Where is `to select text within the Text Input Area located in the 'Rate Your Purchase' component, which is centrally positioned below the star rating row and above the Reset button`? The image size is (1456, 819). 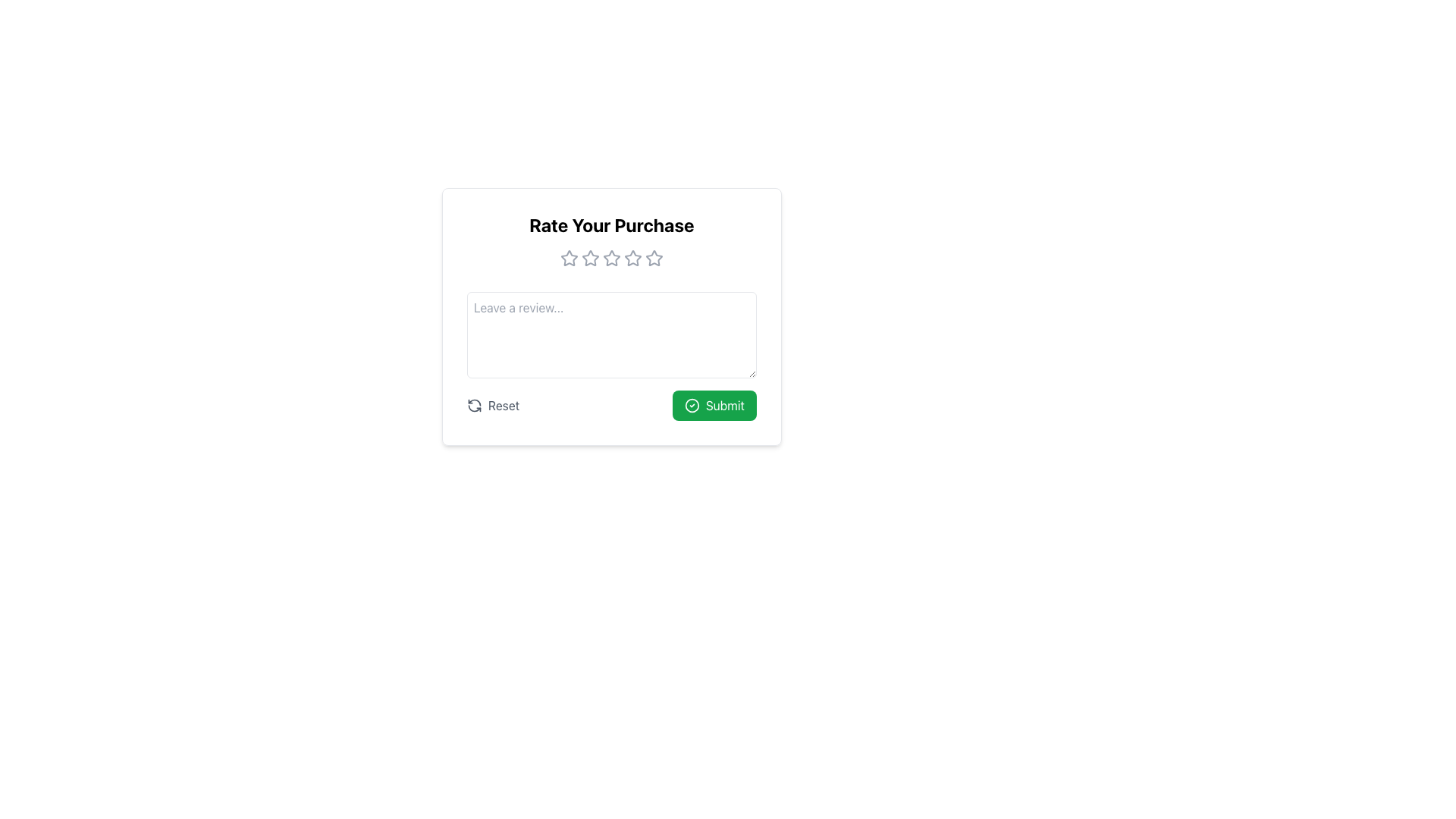
to select text within the Text Input Area located in the 'Rate Your Purchase' component, which is centrally positioned below the star rating row and above the Reset button is located at coordinates (611, 334).